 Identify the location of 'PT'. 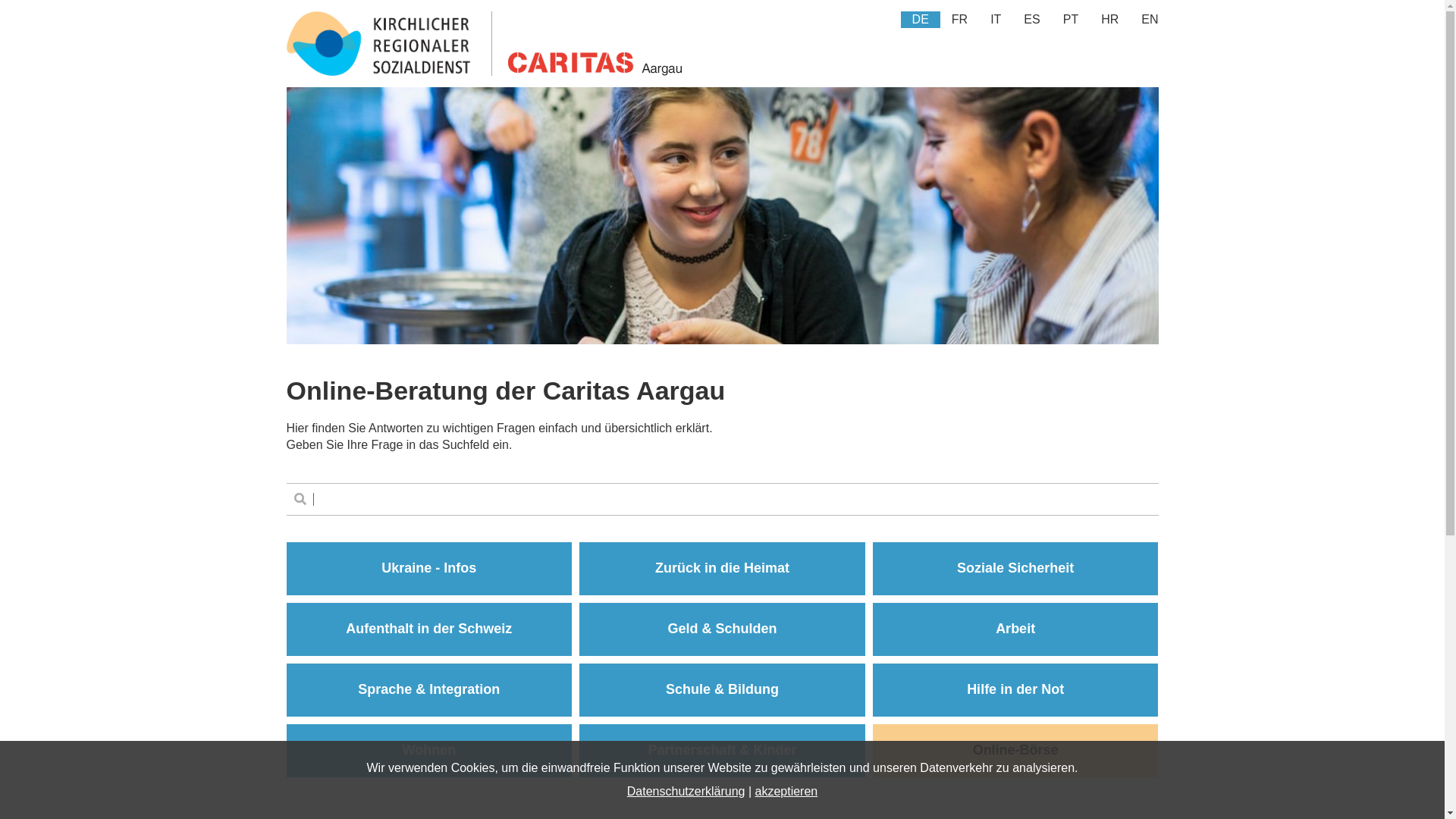
(1069, 20).